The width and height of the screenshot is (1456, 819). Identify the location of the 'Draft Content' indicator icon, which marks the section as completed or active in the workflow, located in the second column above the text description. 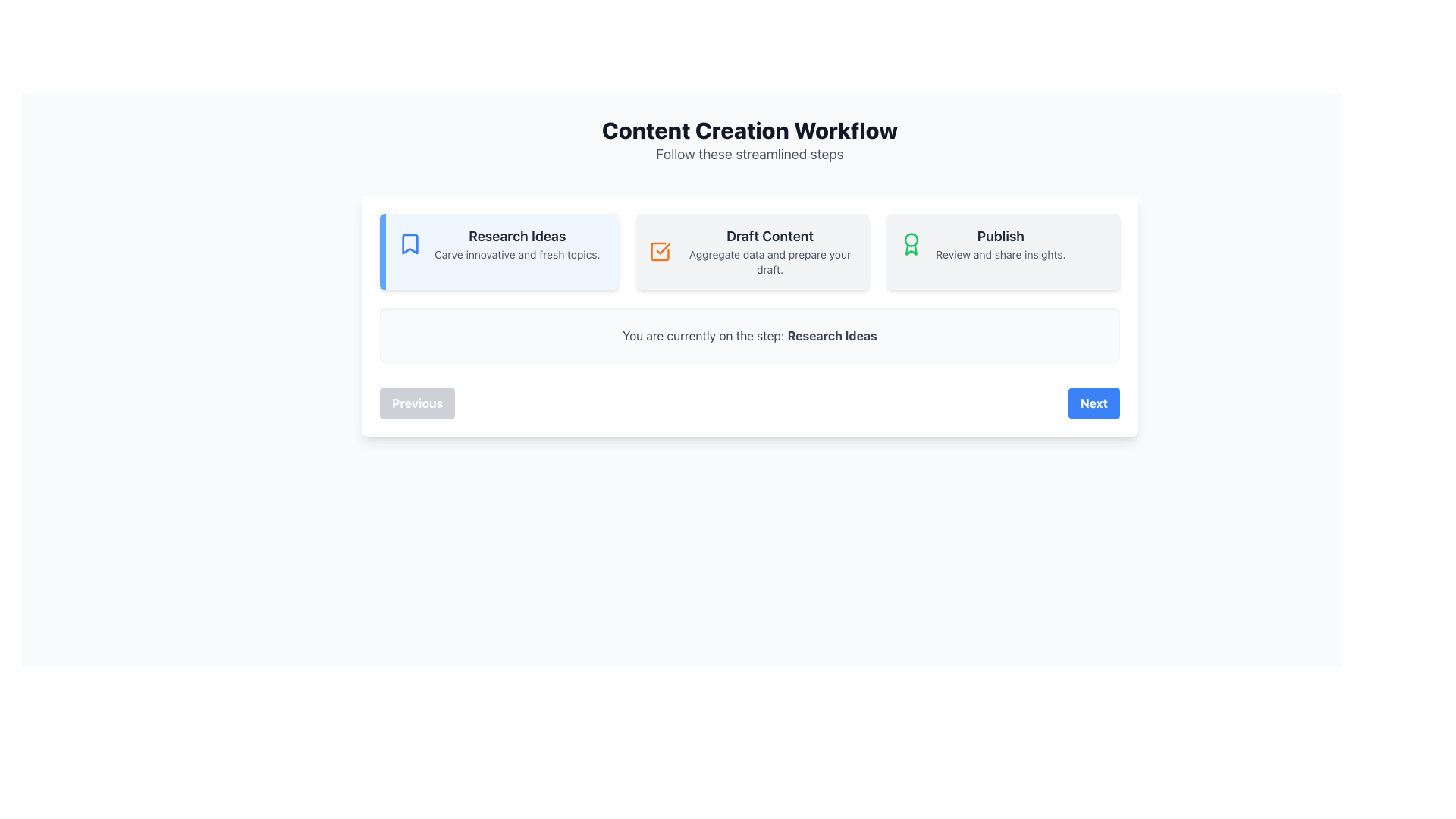
(660, 250).